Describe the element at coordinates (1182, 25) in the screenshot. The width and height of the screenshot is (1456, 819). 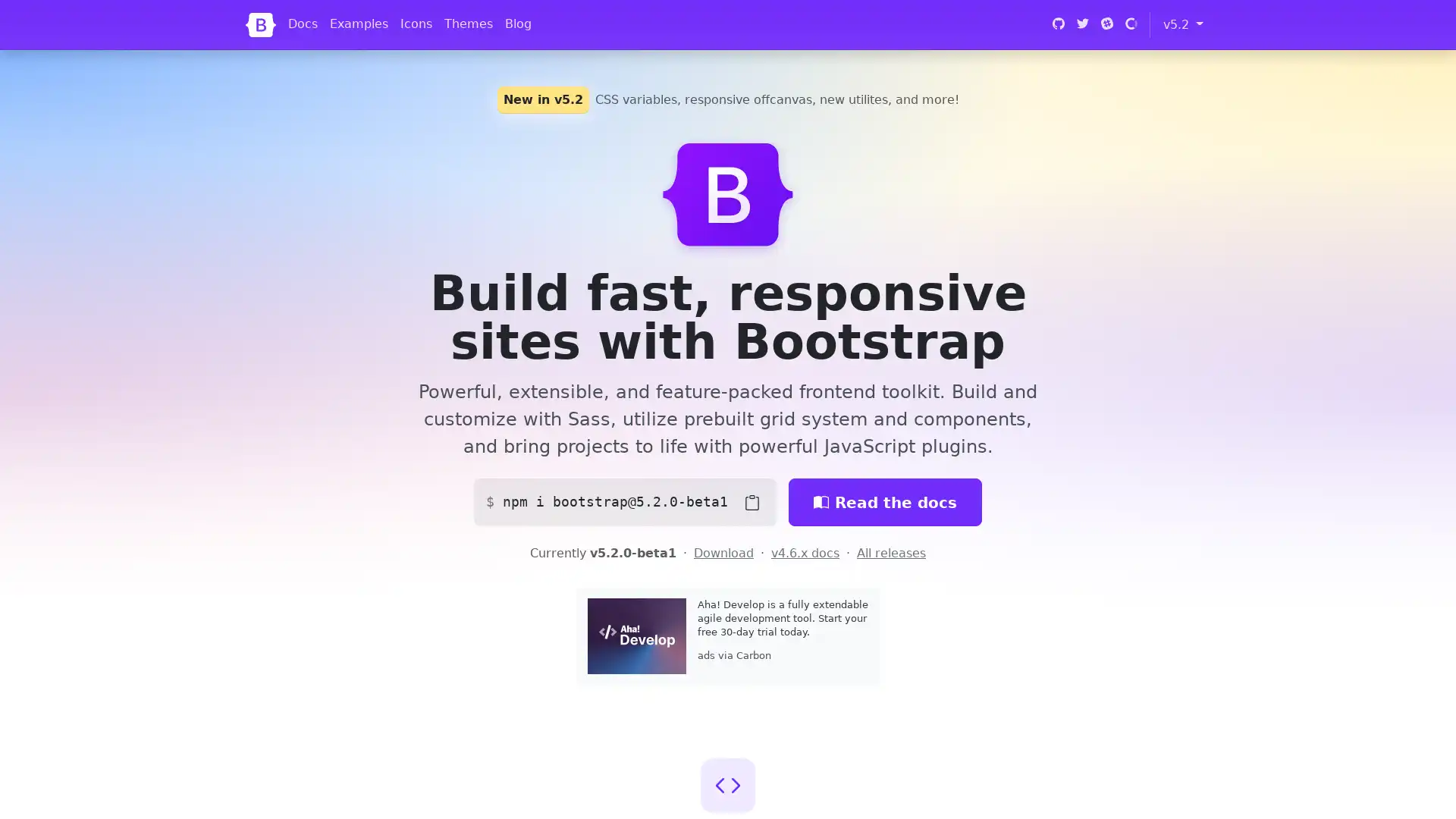
I see `v5.2` at that location.